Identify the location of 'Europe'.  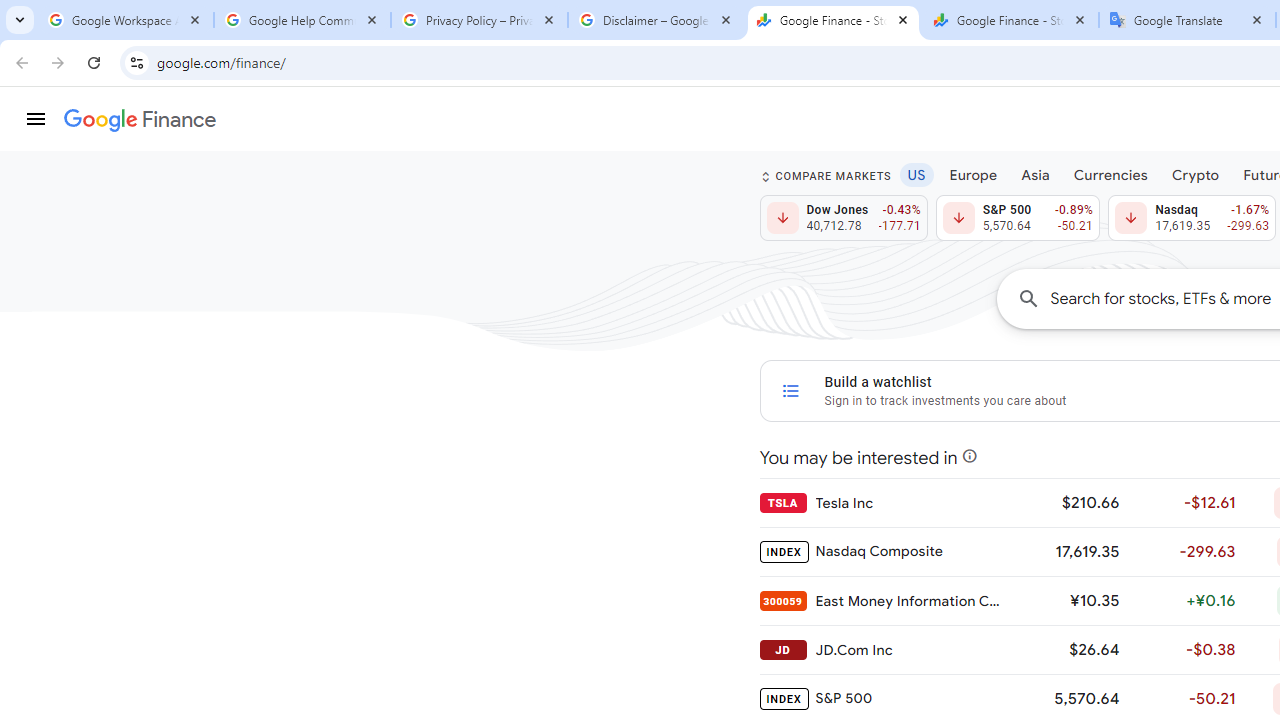
(973, 173).